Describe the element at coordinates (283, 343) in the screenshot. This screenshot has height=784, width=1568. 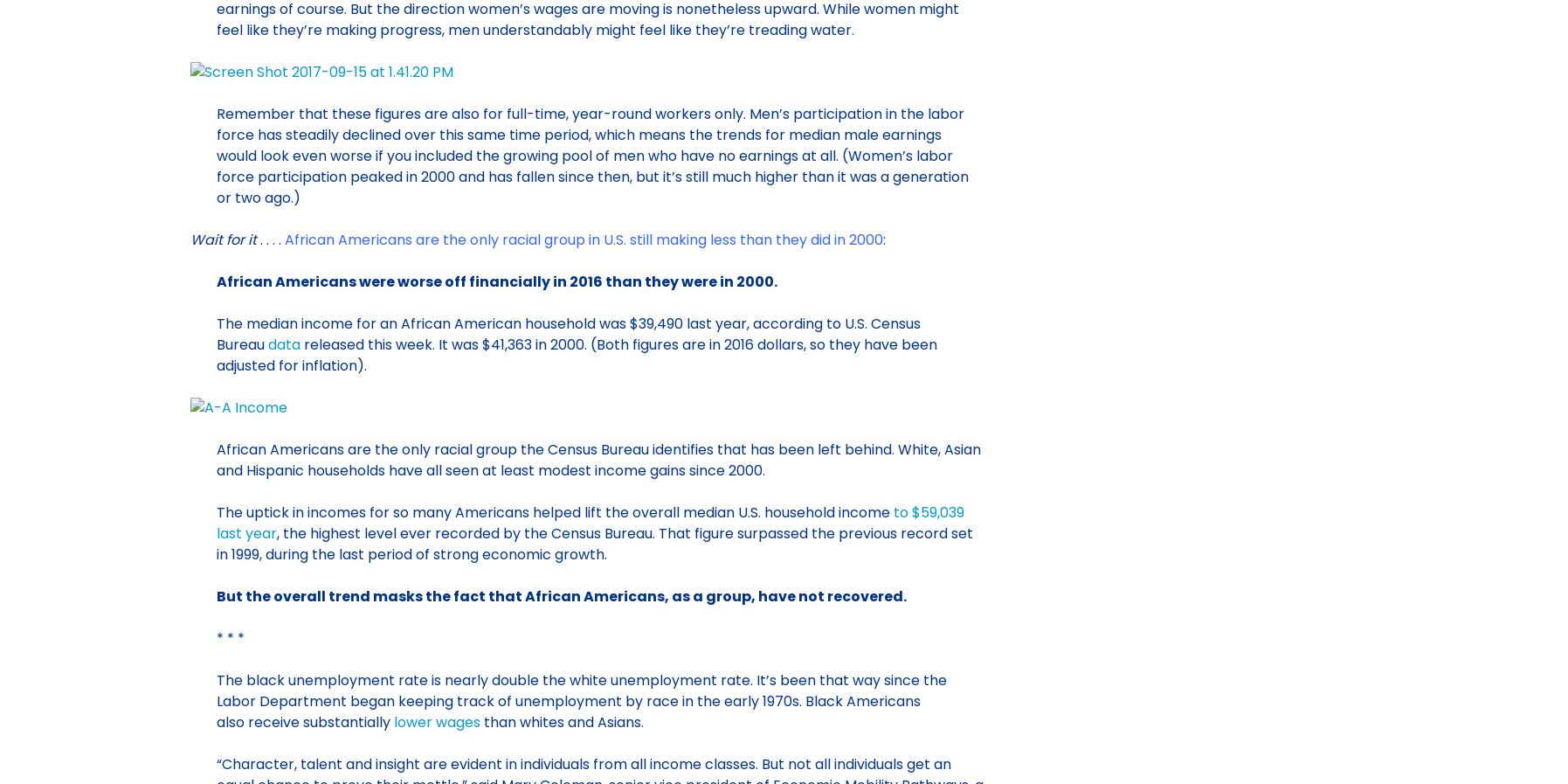
I see `'data'` at that location.